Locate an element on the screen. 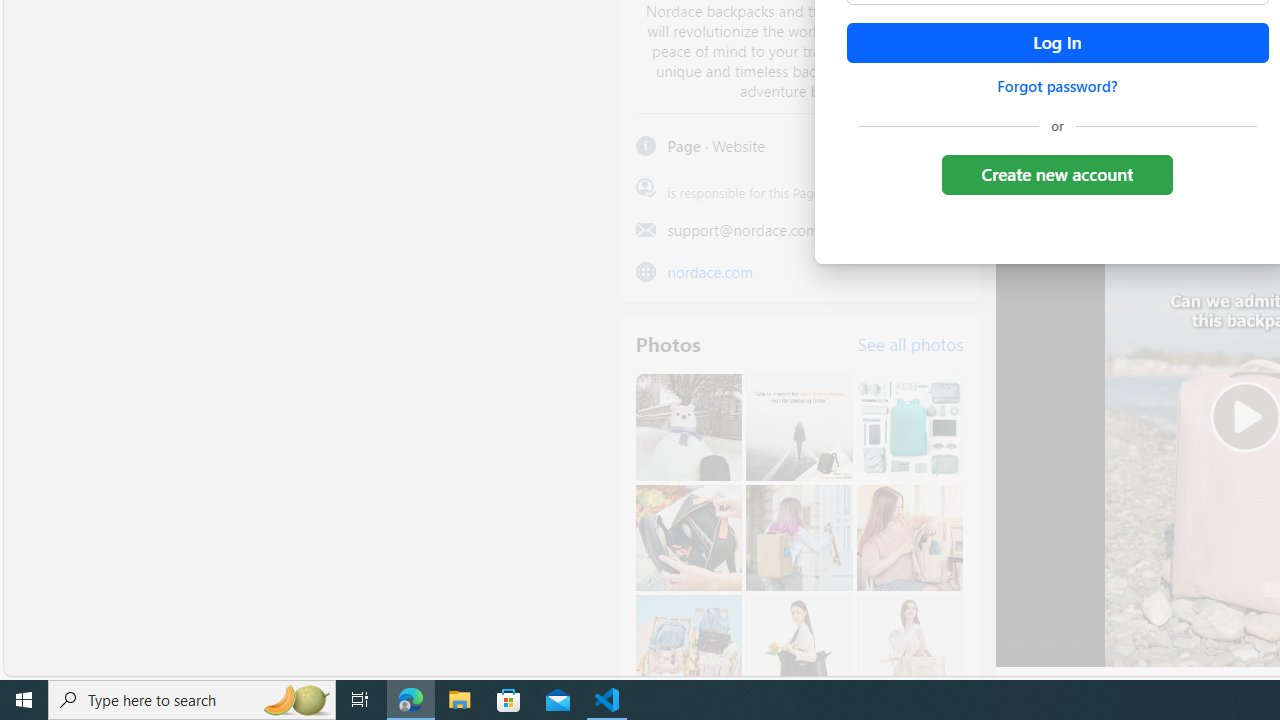 Image resolution: width=1280 pixels, height=720 pixels. 'Forgot password?' is located at coordinates (1056, 85).